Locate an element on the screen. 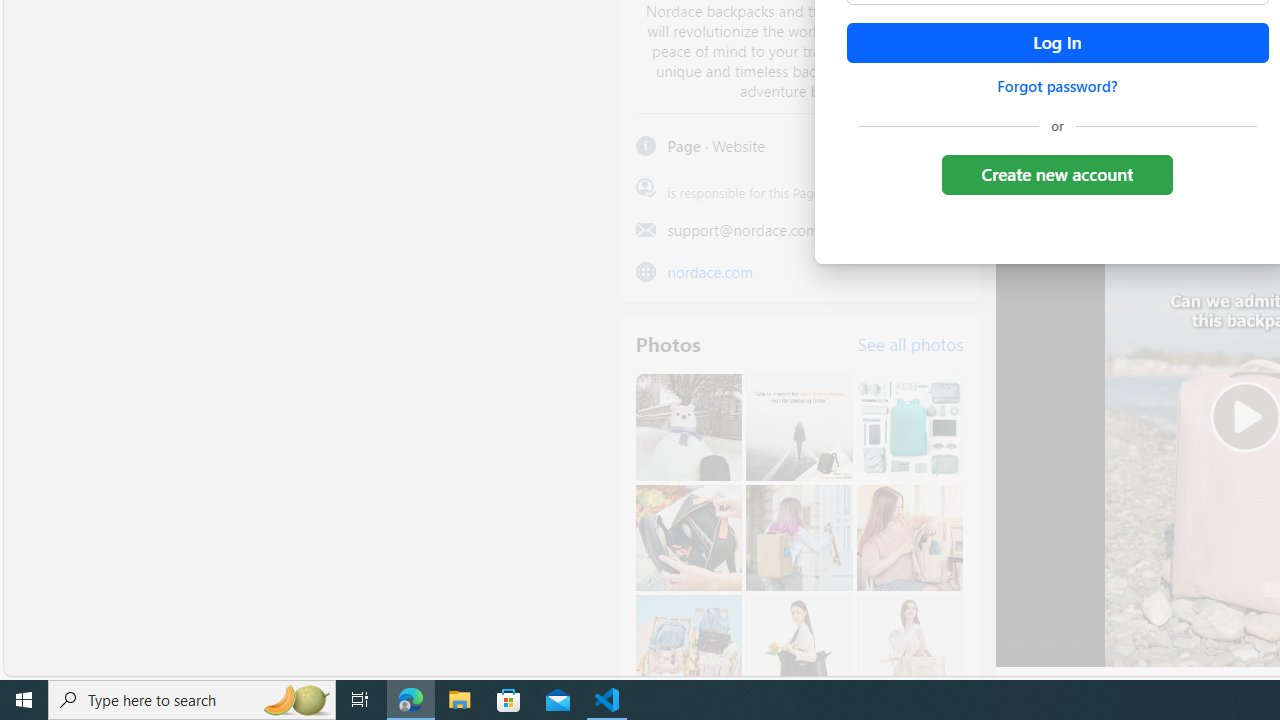 Image resolution: width=1280 pixels, height=720 pixels. 'Forgot password?' is located at coordinates (1056, 85).